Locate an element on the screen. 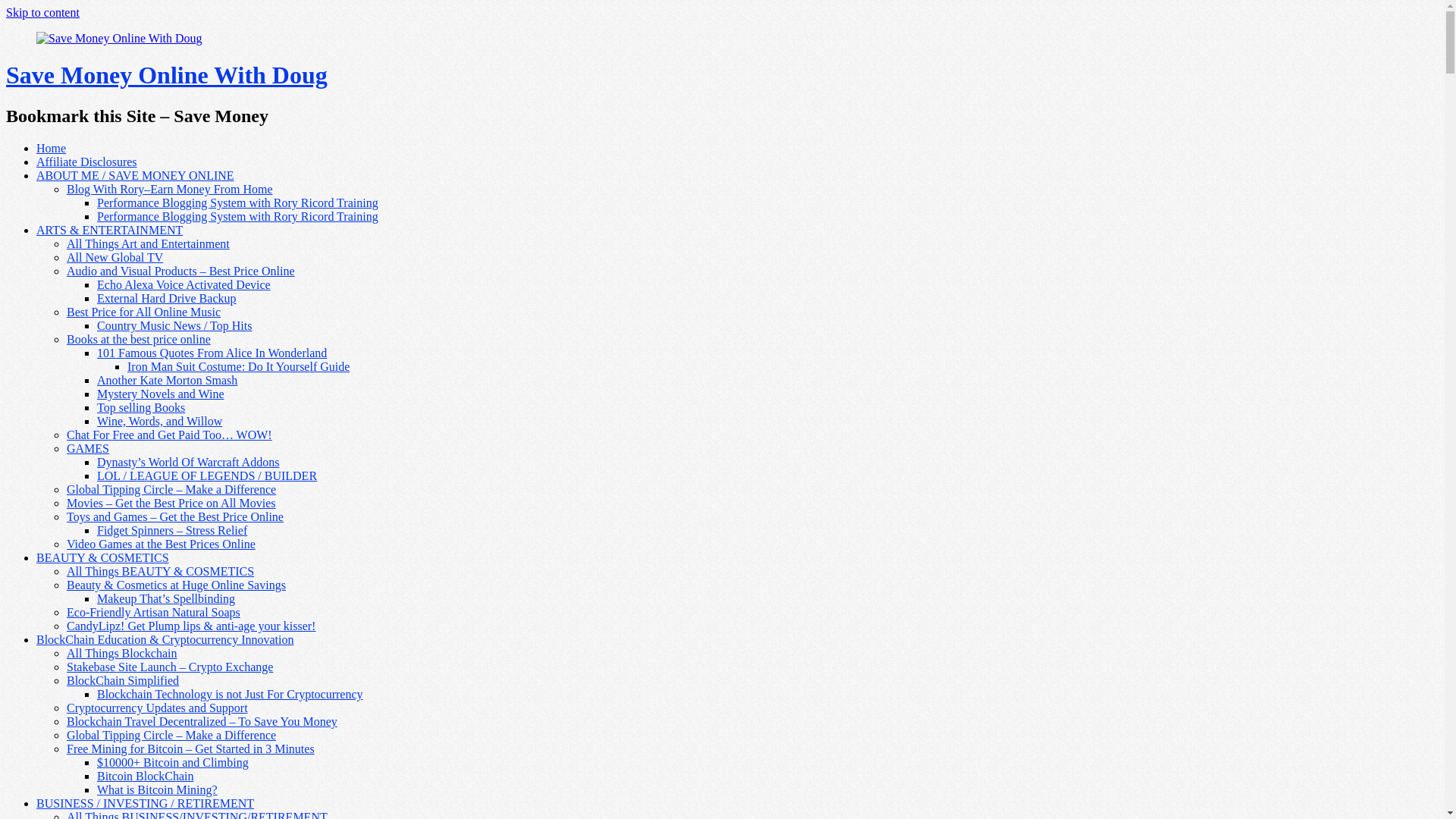 This screenshot has height=819, width=1456. 'CandyLipz! Get Plump lips & anti-age your kisser!' is located at coordinates (190, 626).